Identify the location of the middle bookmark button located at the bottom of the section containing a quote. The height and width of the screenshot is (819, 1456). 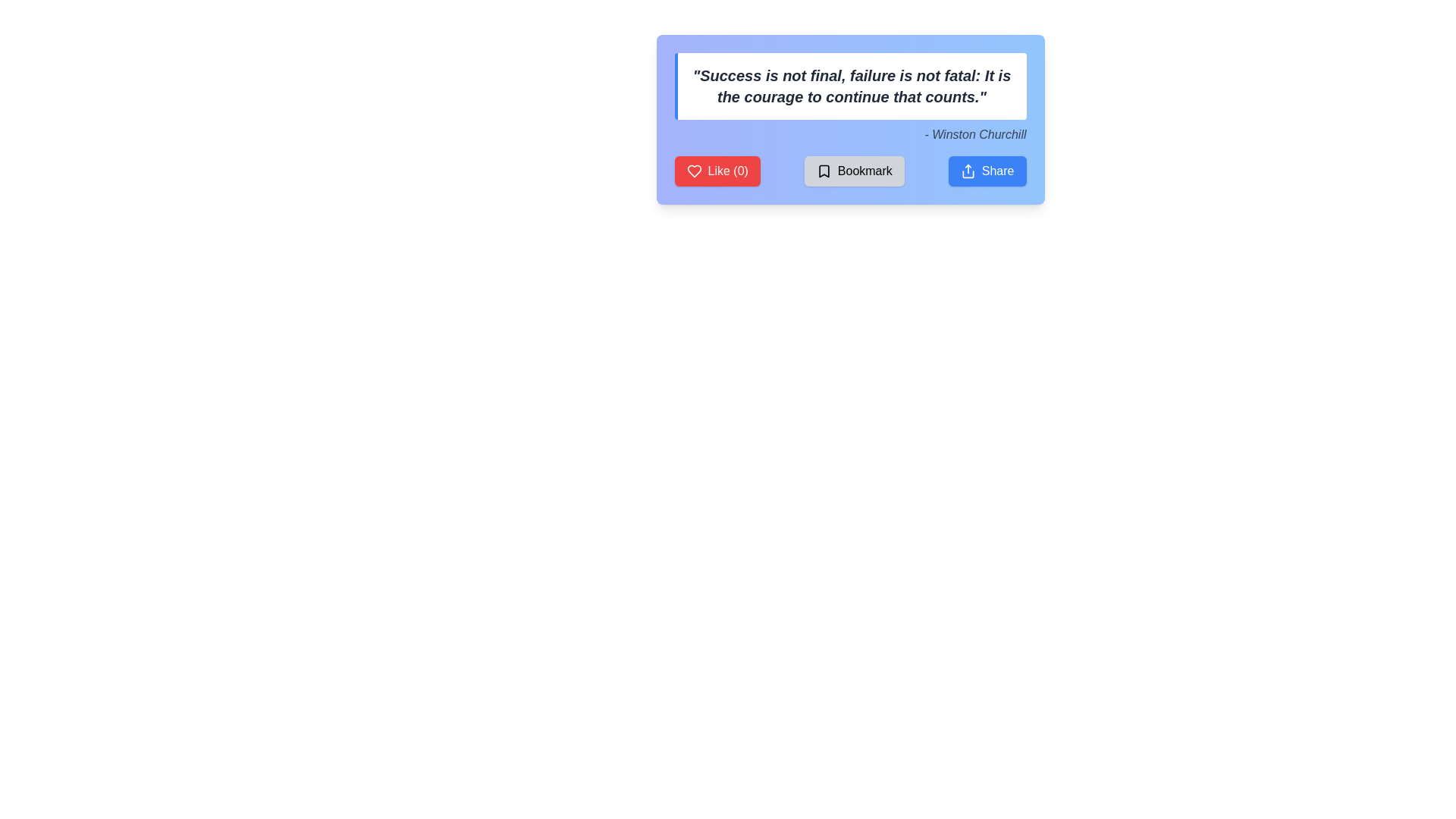
(850, 171).